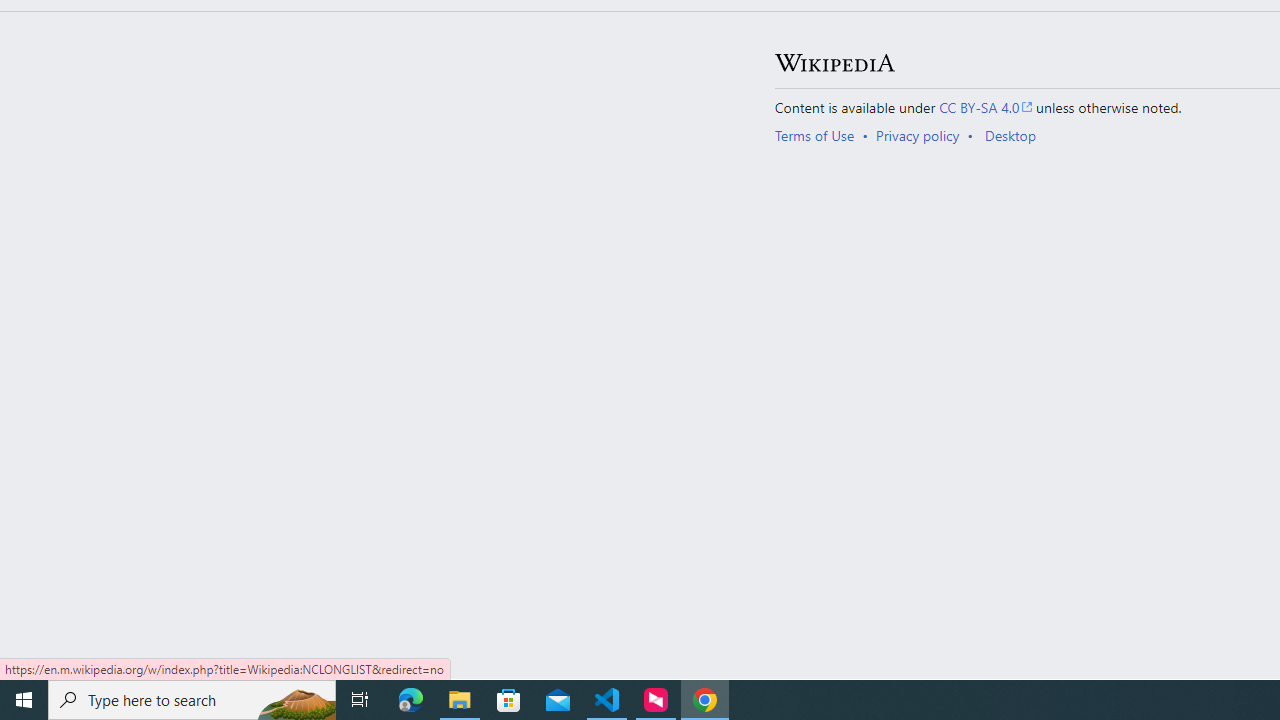 The height and width of the screenshot is (720, 1280). What do you see at coordinates (821, 135) in the screenshot?
I see `'AutomationID: footer-places-terms-use'` at bounding box center [821, 135].